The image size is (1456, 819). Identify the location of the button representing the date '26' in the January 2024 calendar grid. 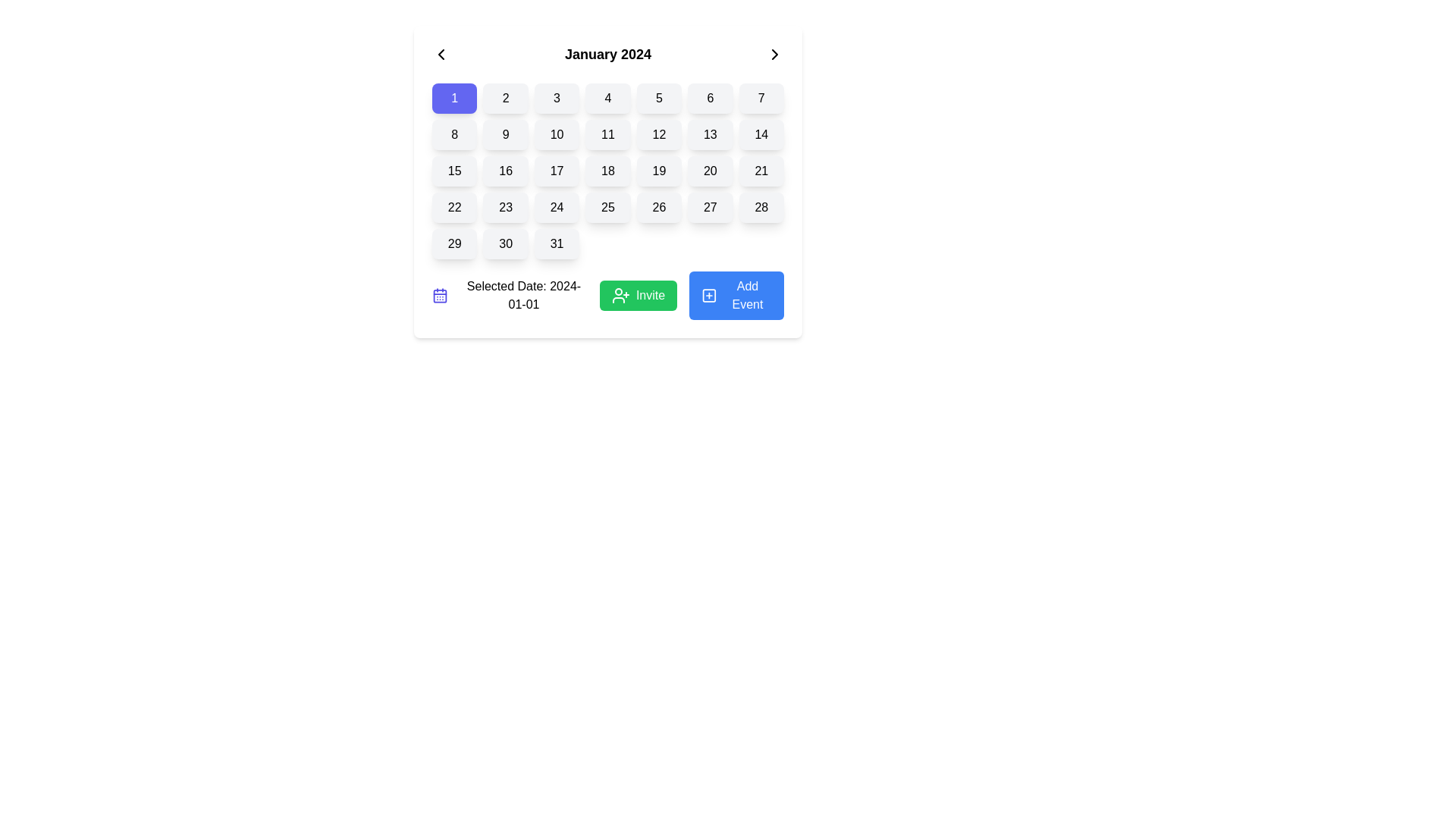
(659, 207).